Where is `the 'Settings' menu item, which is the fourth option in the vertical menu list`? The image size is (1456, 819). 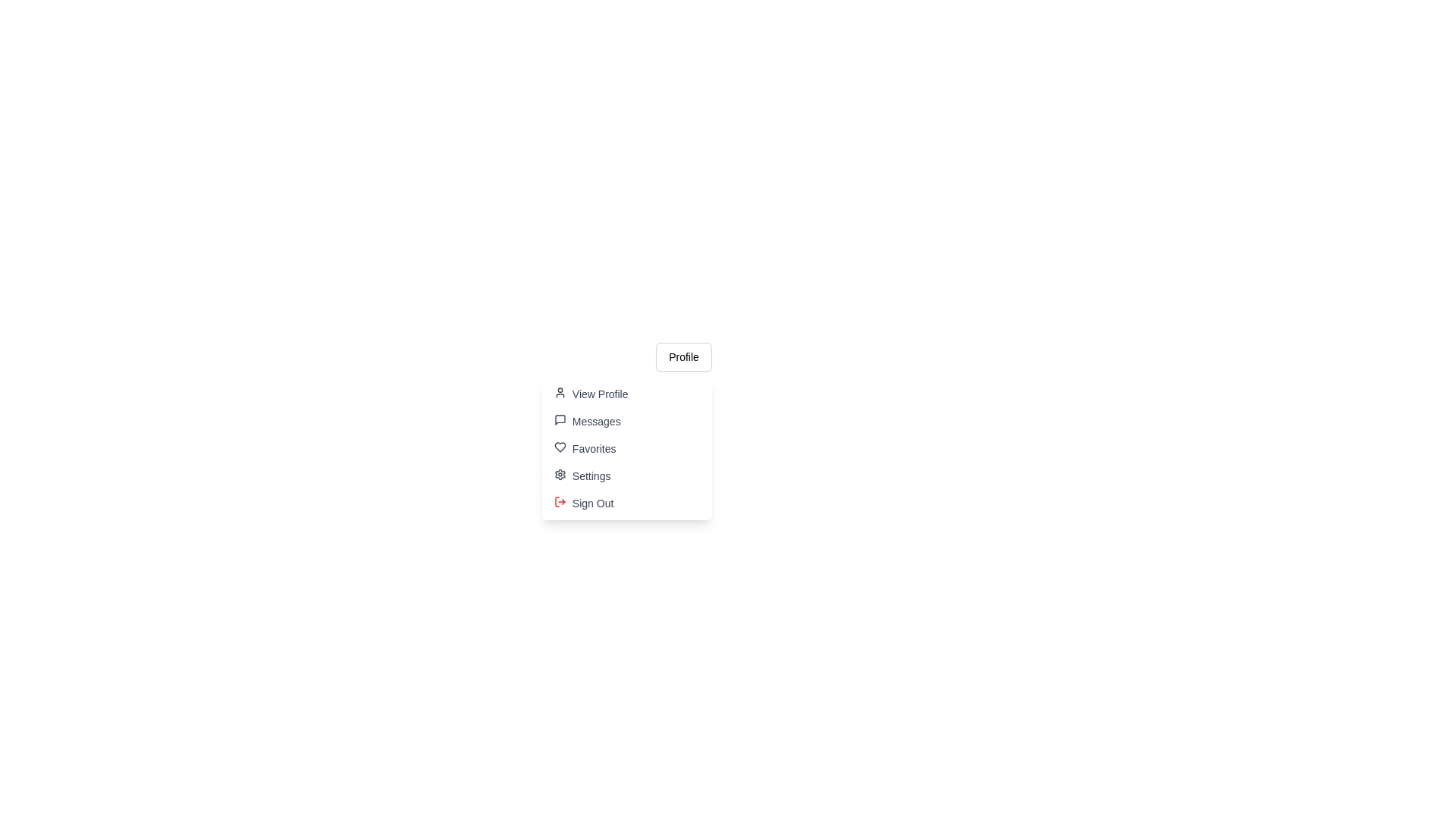
the 'Settings' menu item, which is the fourth option in the vertical menu list is located at coordinates (626, 475).